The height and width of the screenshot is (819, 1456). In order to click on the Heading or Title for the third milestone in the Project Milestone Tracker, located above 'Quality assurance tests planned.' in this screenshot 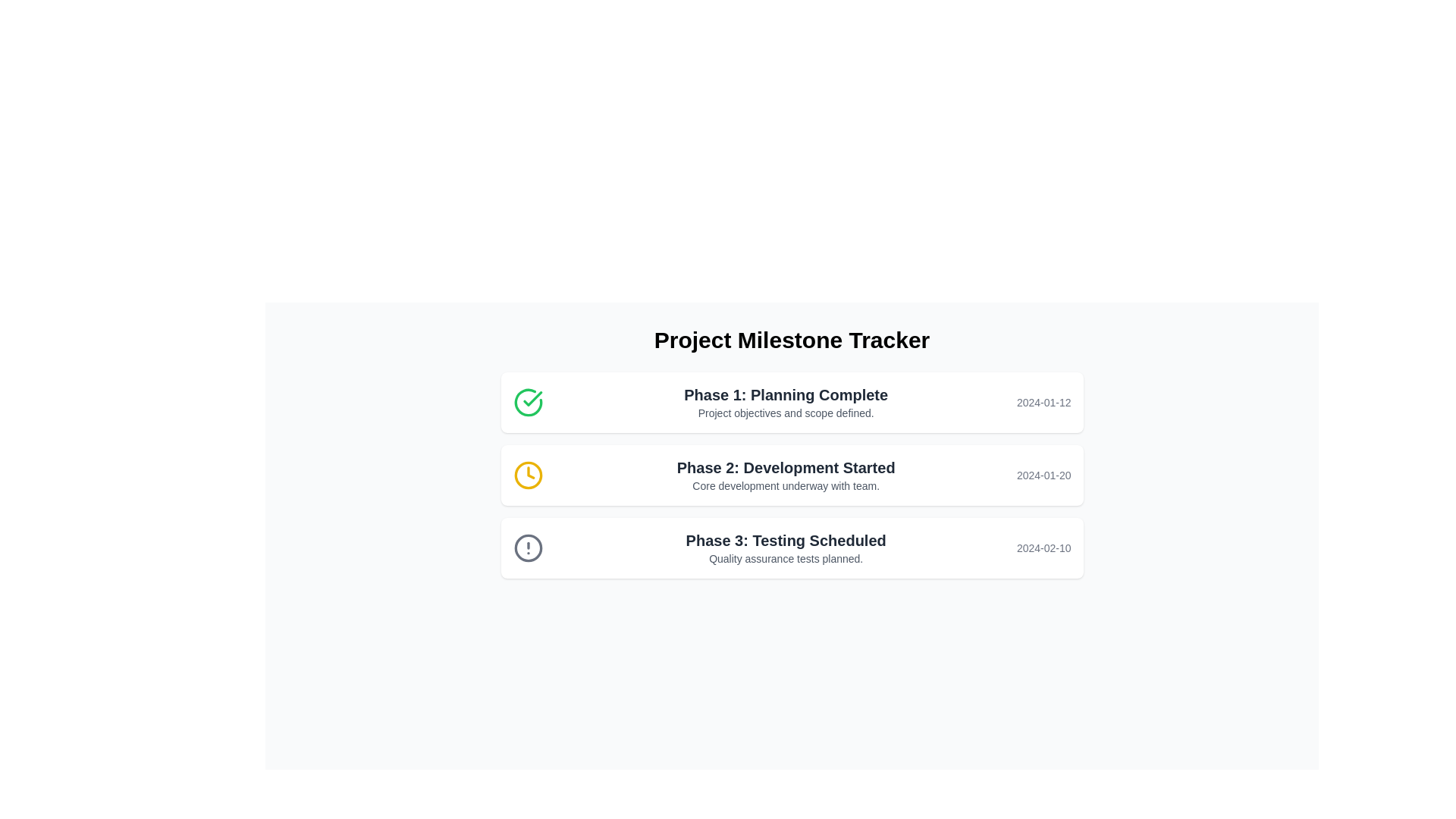, I will do `click(786, 540)`.